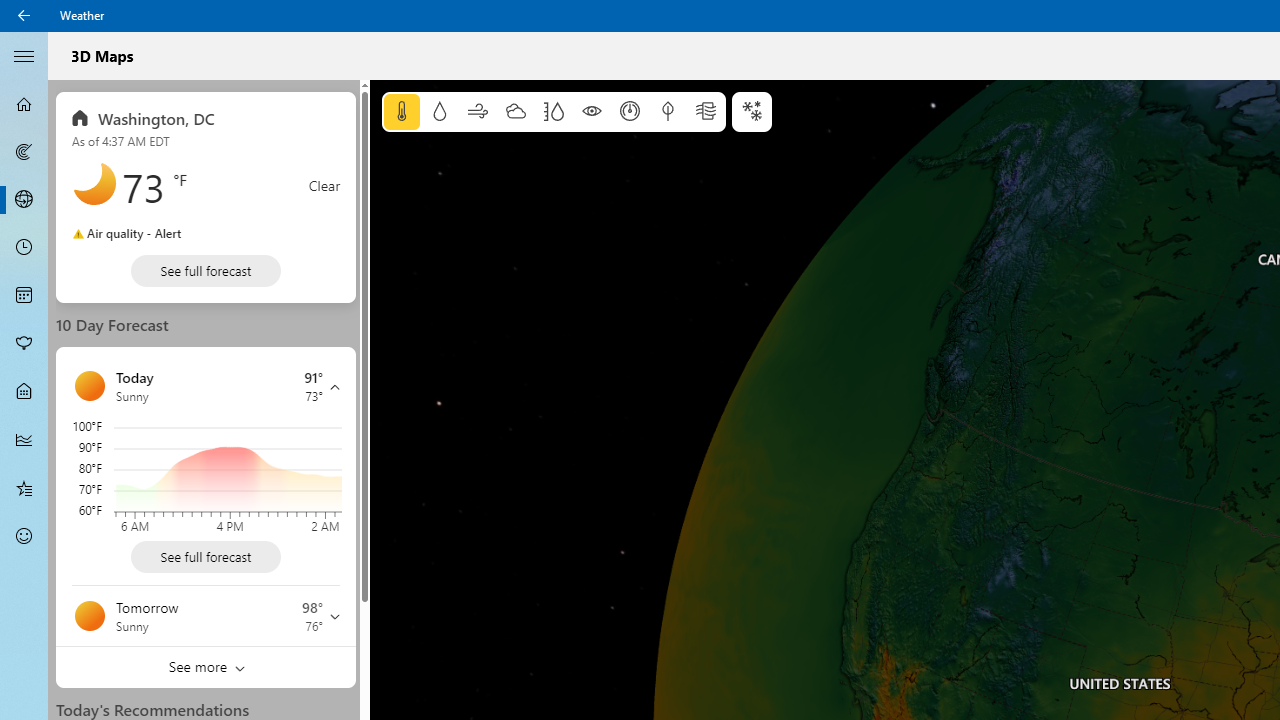 Image resolution: width=1280 pixels, height=720 pixels. I want to click on 'Monthly Forecast - Not Selected', so click(24, 295).